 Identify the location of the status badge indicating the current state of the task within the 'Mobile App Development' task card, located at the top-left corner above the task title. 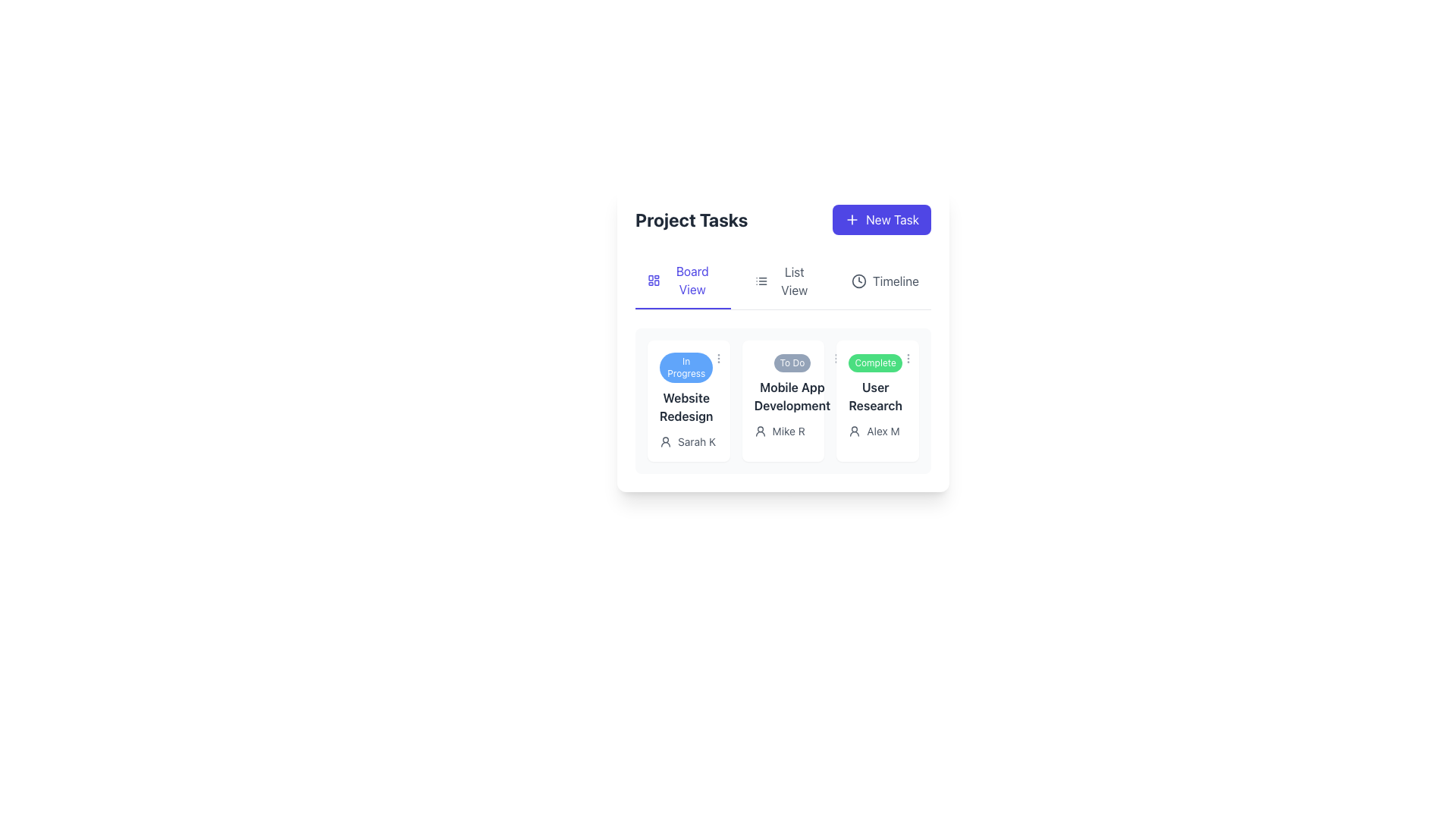
(791, 362).